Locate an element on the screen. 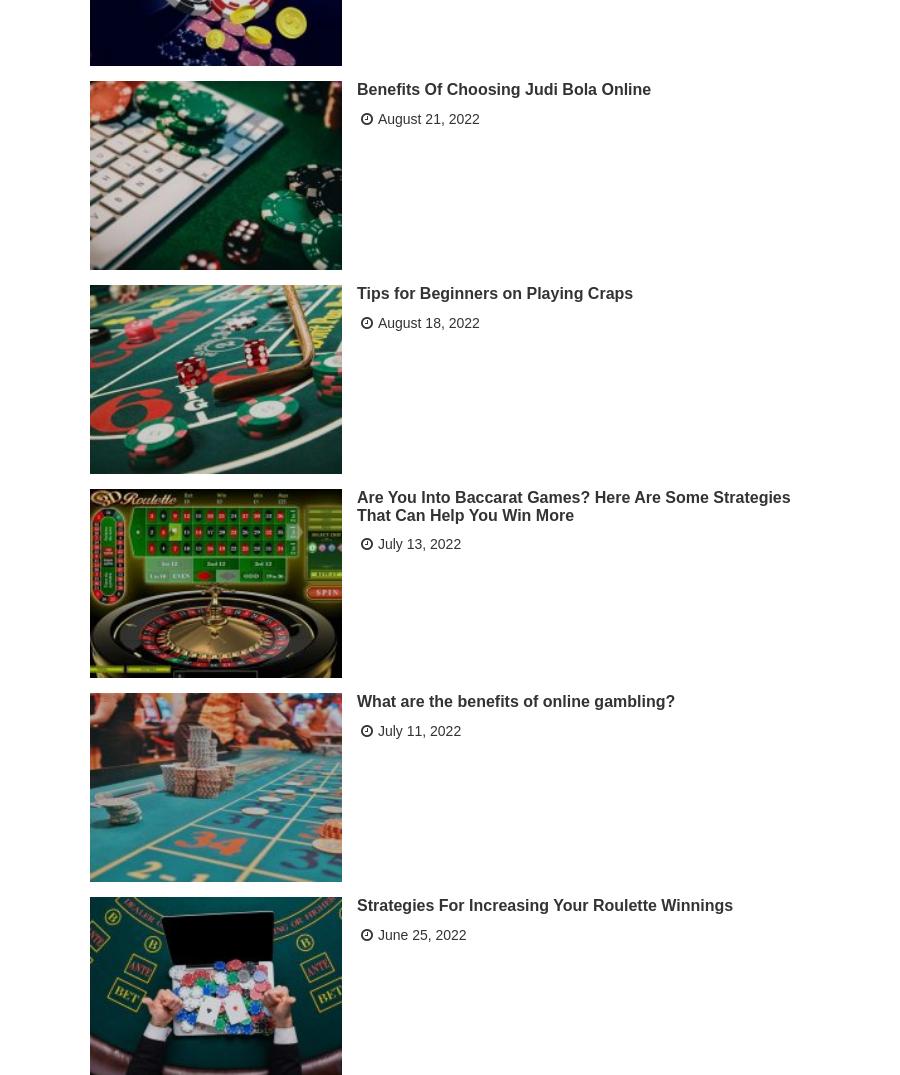 The width and height of the screenshot is (900, 1075). 'Tips for Beginners on Playing Craps' is located at coordinates (494, 292).